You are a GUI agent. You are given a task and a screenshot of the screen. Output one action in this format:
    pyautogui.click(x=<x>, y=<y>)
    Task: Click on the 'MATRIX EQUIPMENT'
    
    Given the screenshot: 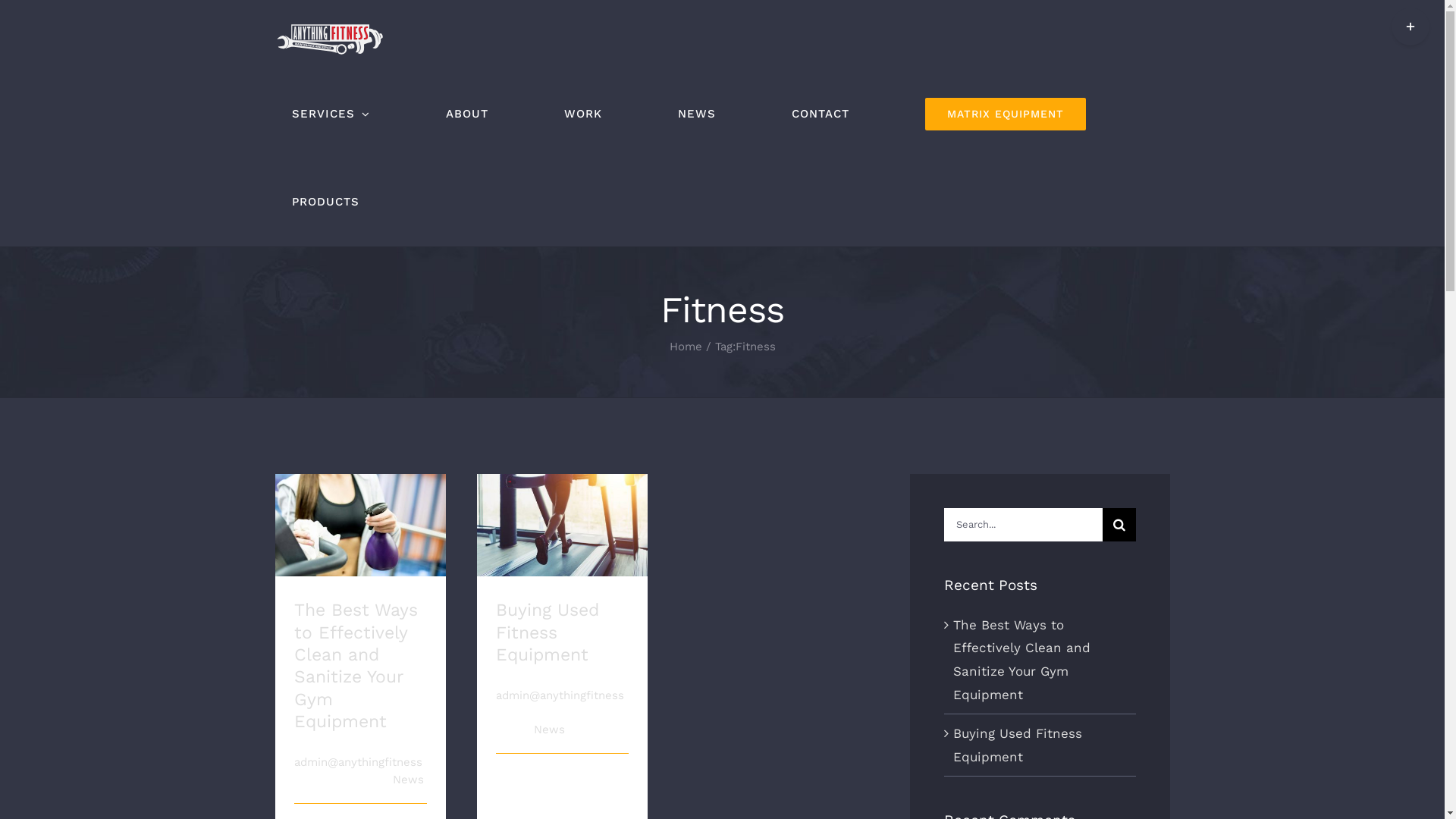 What is the action you would take?
    pyautogui.click(x=1005, y=113)
    